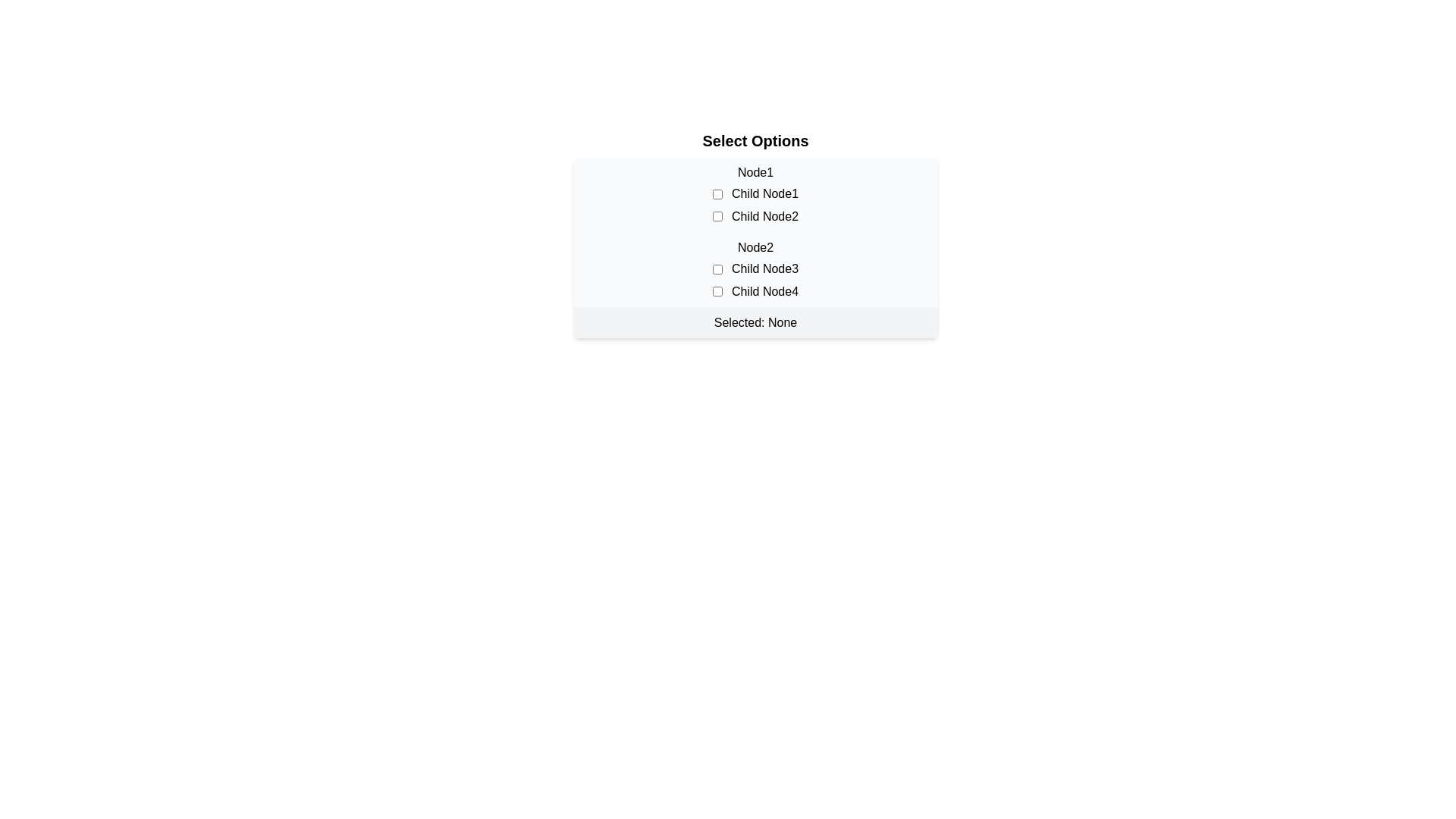 The width and height of the screenshot is (1456, 819). I want to click on the interactive hierarchical selection interface containing the title 'Select Options' and checkboxes to gain focus, so click(755, 234).